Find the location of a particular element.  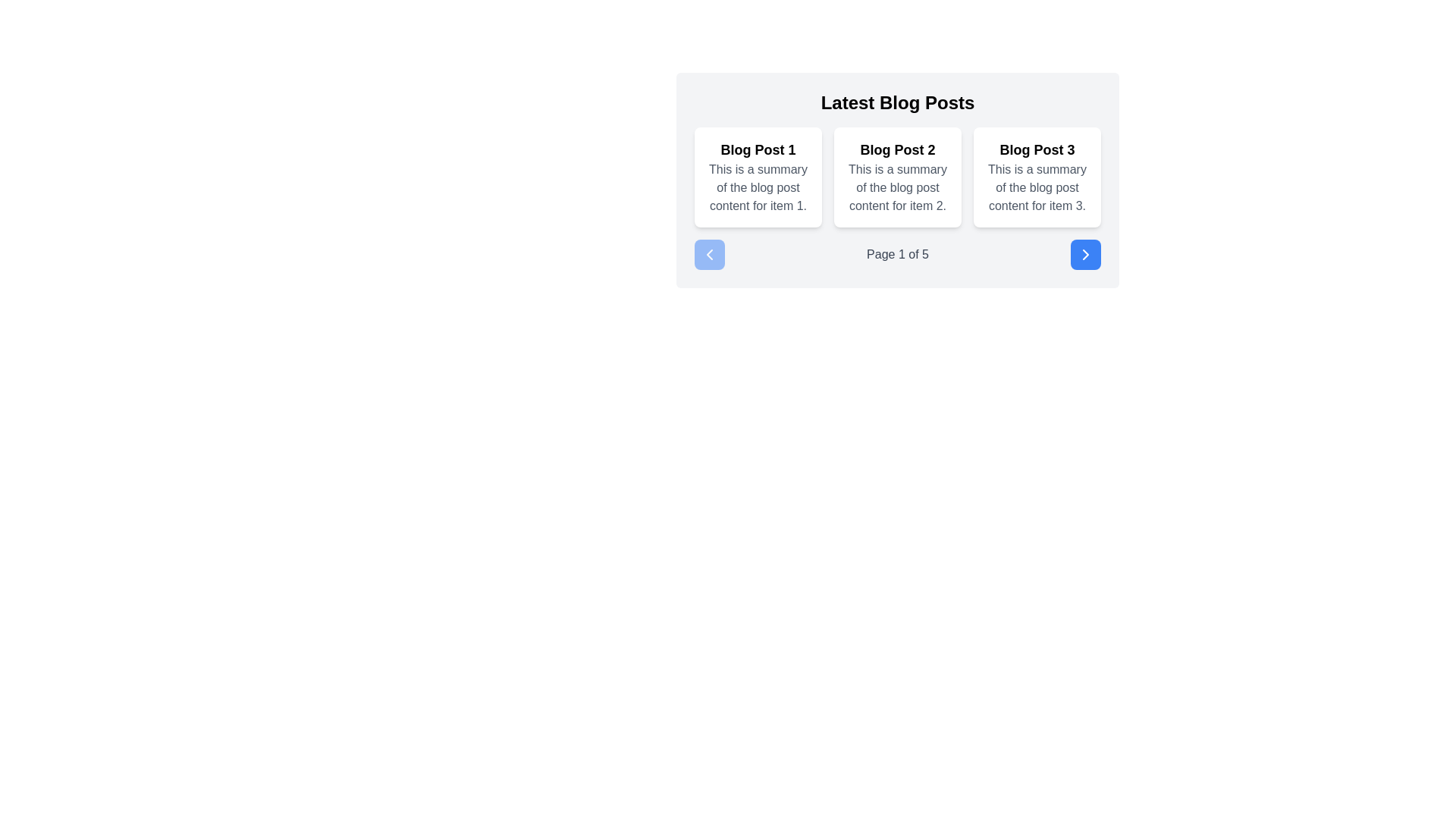

title 'Blog Post 2' which is styled in bold and slightly larger font, located at the top center of the second blog post card is located at coordinates (898, 149).